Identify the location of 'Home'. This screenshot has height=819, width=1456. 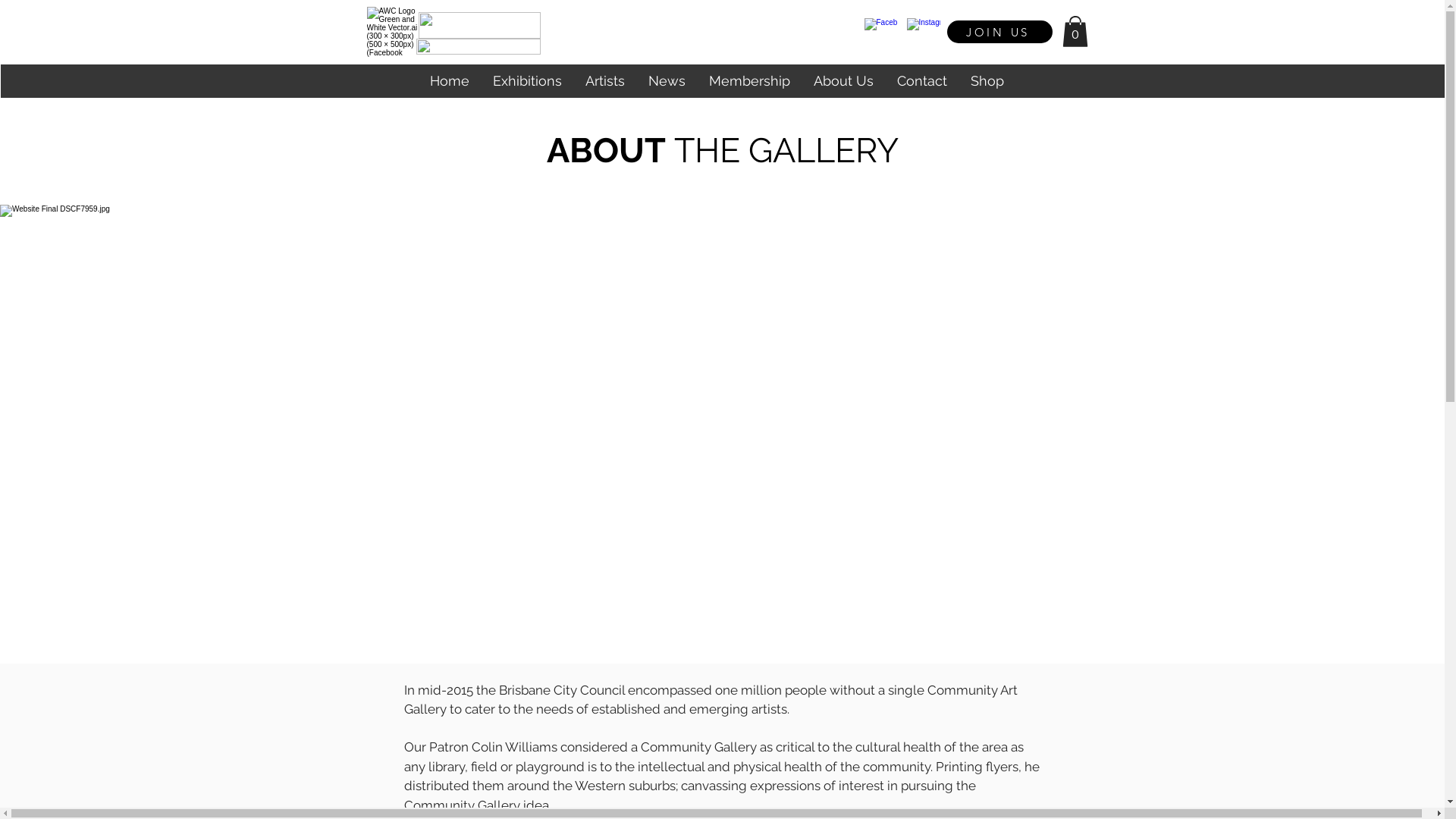
(417, 81).